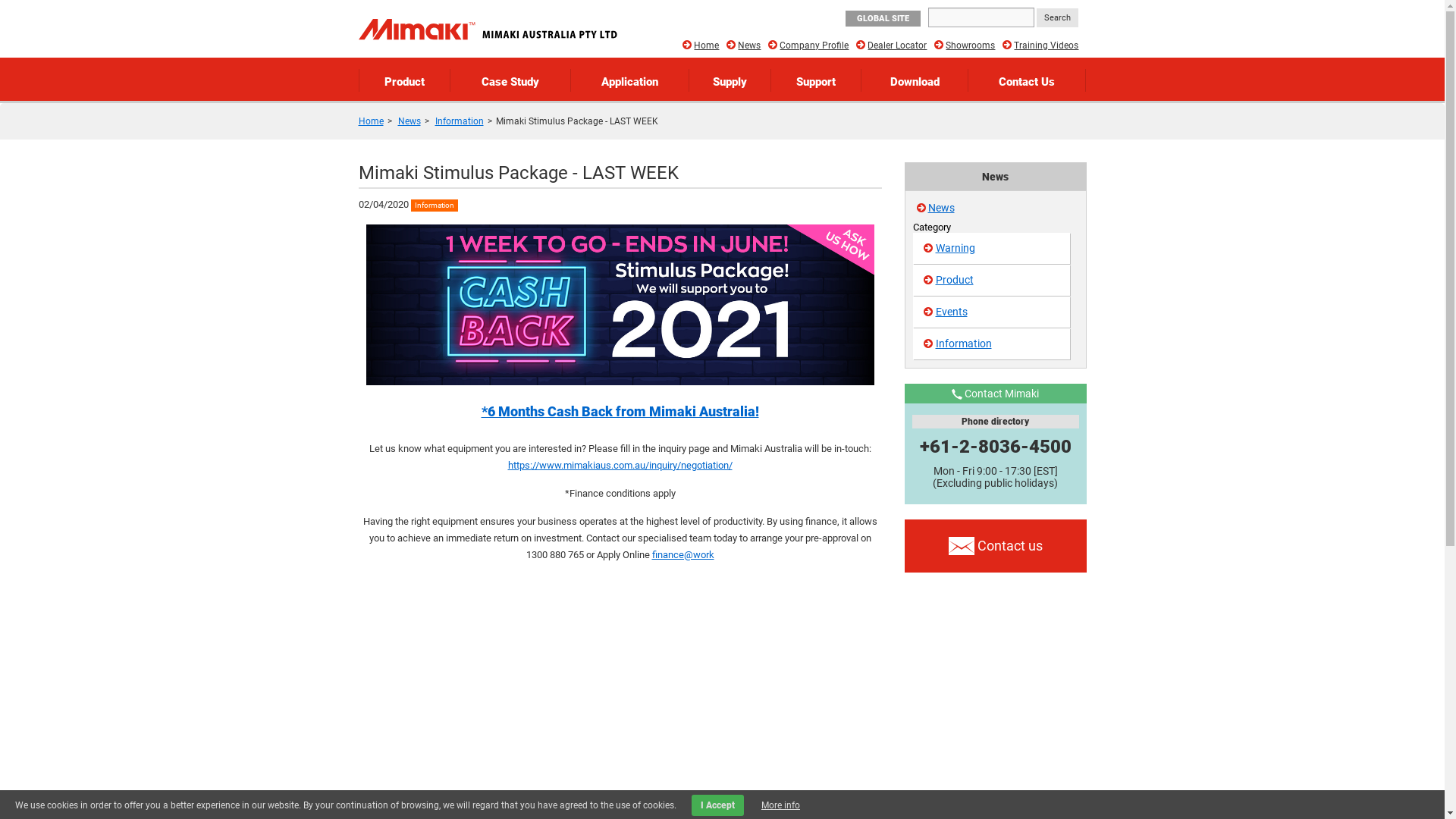 This screenshot has height=819, width=1456. I want to click on 'Home', so click(705, 45).